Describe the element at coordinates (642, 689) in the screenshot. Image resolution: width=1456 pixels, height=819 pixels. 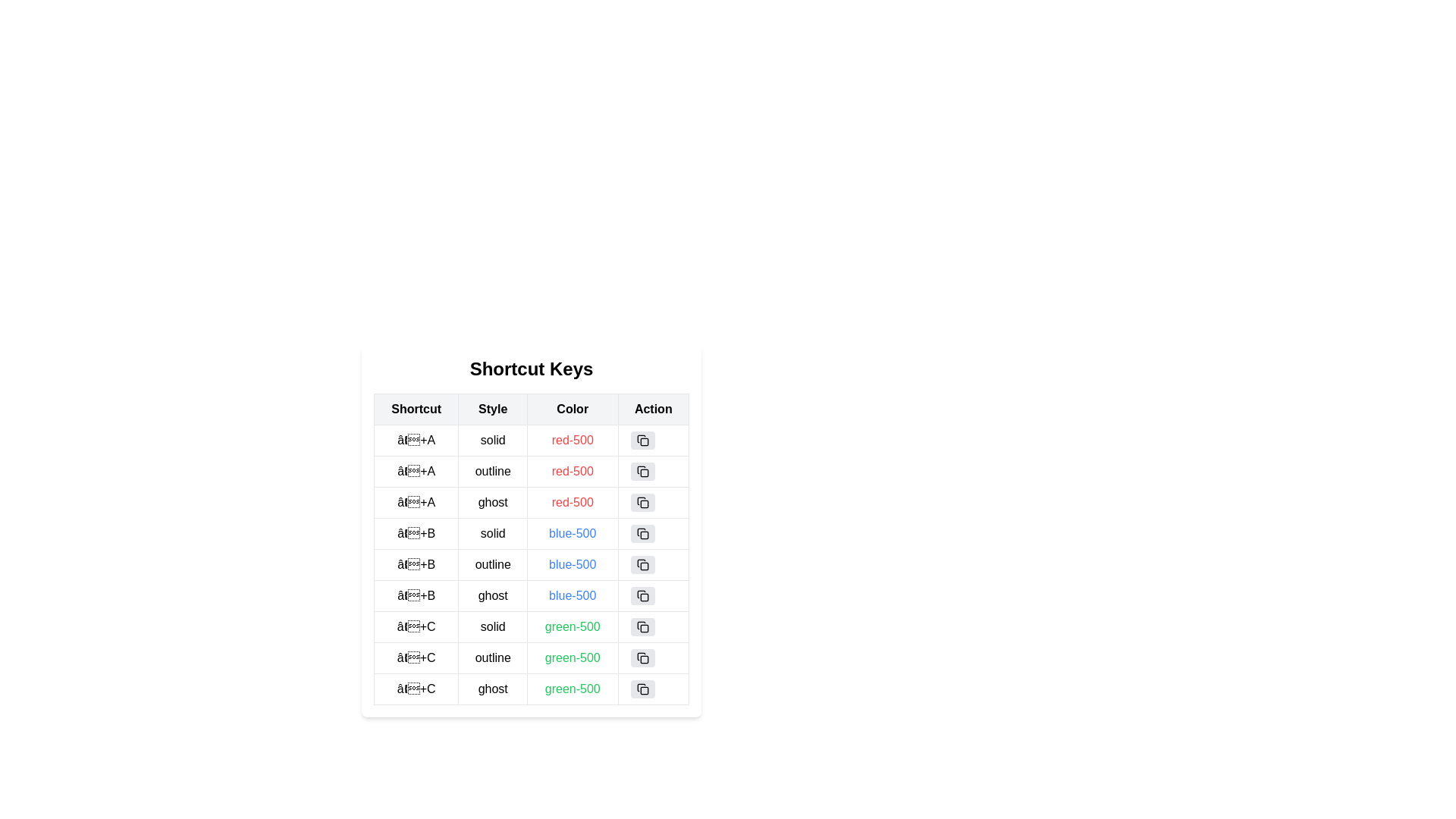
I see `the button located at the bottom-right corner of the last row in the 'Action' column of the table to copy the associated information` at that location.